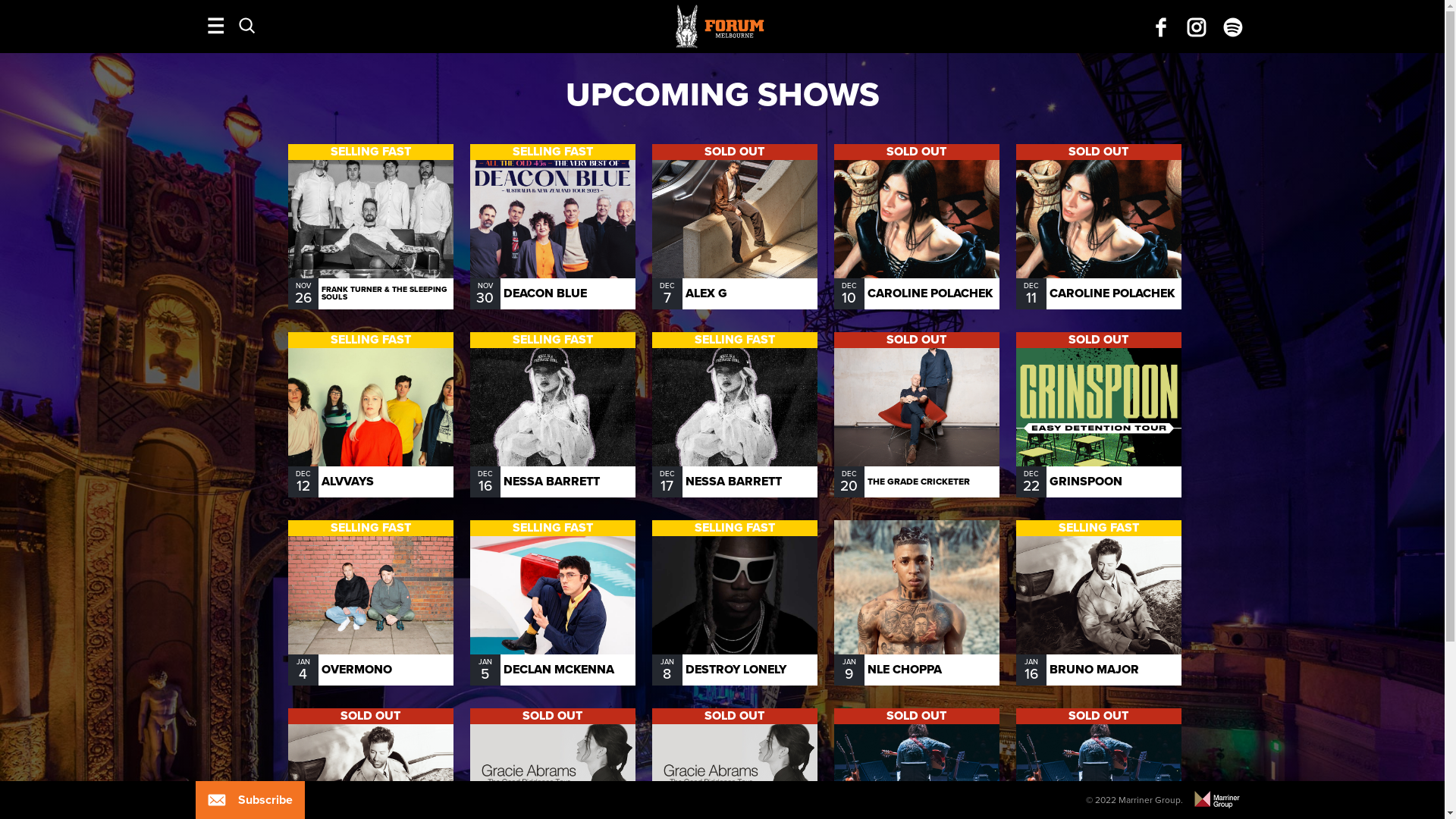  Describe the element at coordinates (370, 601) in the screenshot. I see `'SELLING FAST` at that location.